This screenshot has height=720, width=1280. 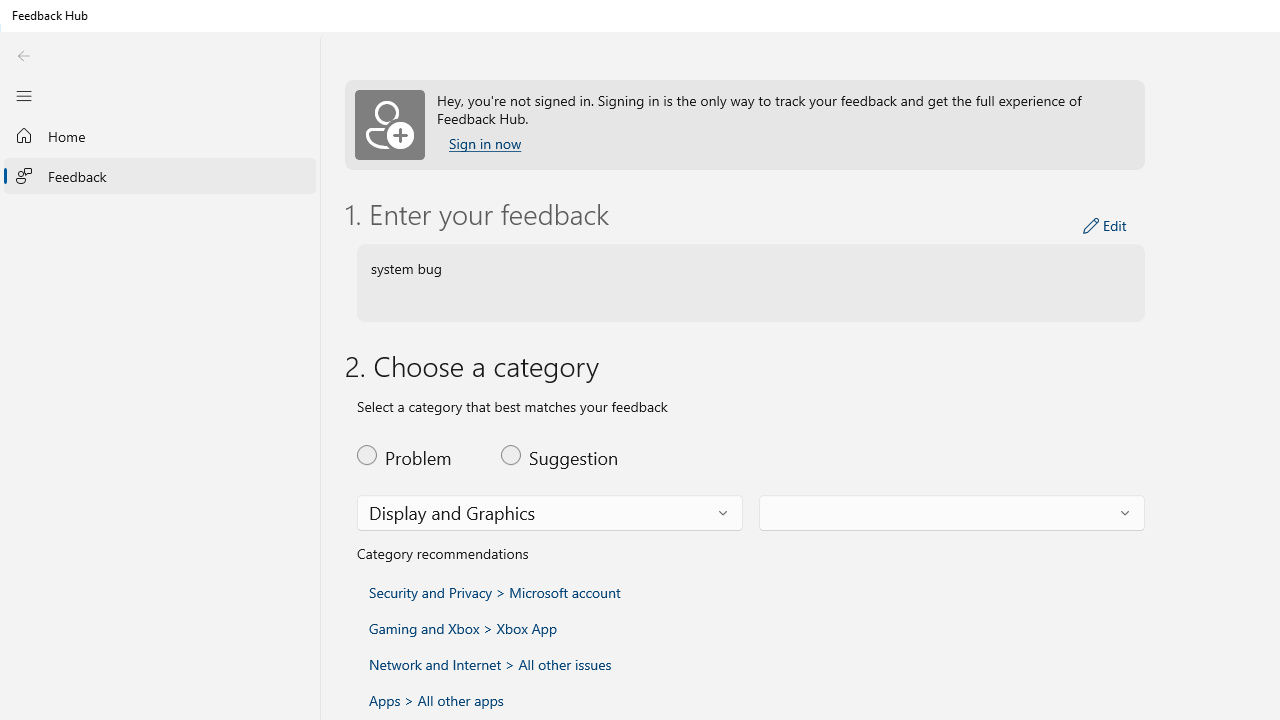 What do you see at coordinates (416, 455) in the screenshot?
I see `'Feedback type, Problem'` at bounding box center [416, 455].